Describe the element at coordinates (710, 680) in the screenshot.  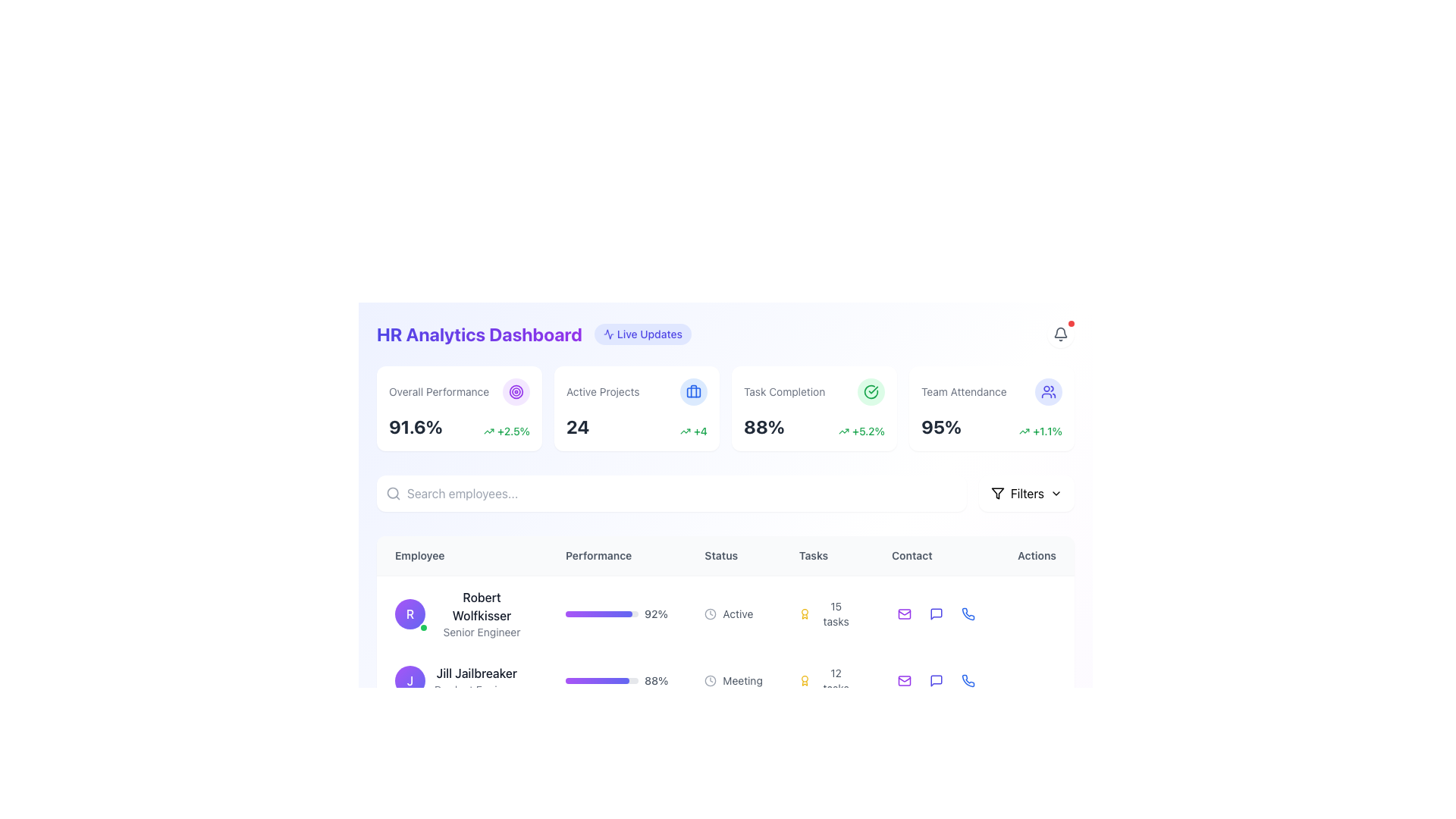
I see `the time-related status icon located before the word 'meeting'` at that location.